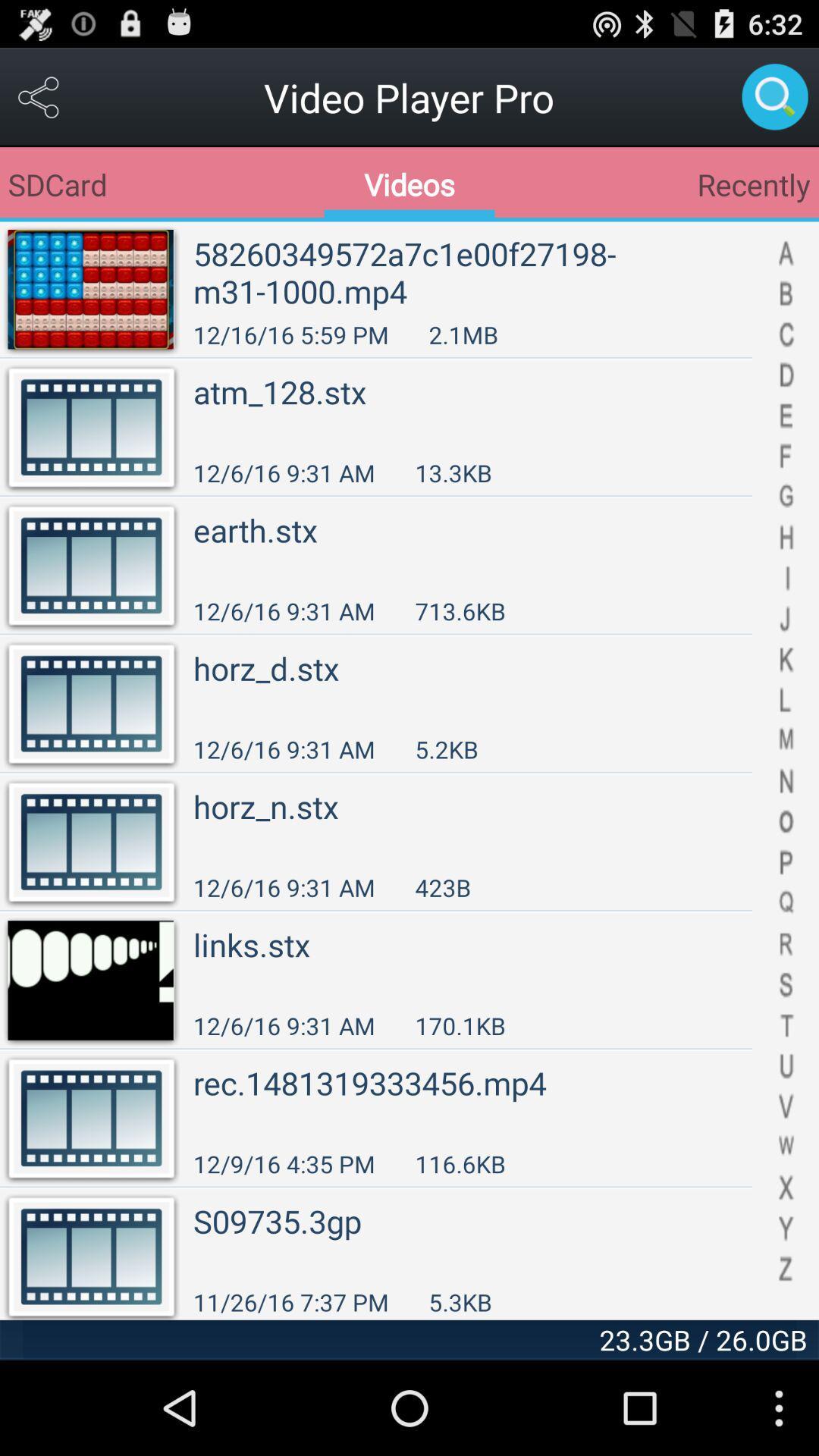 Image resolution: width=819 pixels, height=1456 pixels. I want to click on search the video, so click(774, 96).